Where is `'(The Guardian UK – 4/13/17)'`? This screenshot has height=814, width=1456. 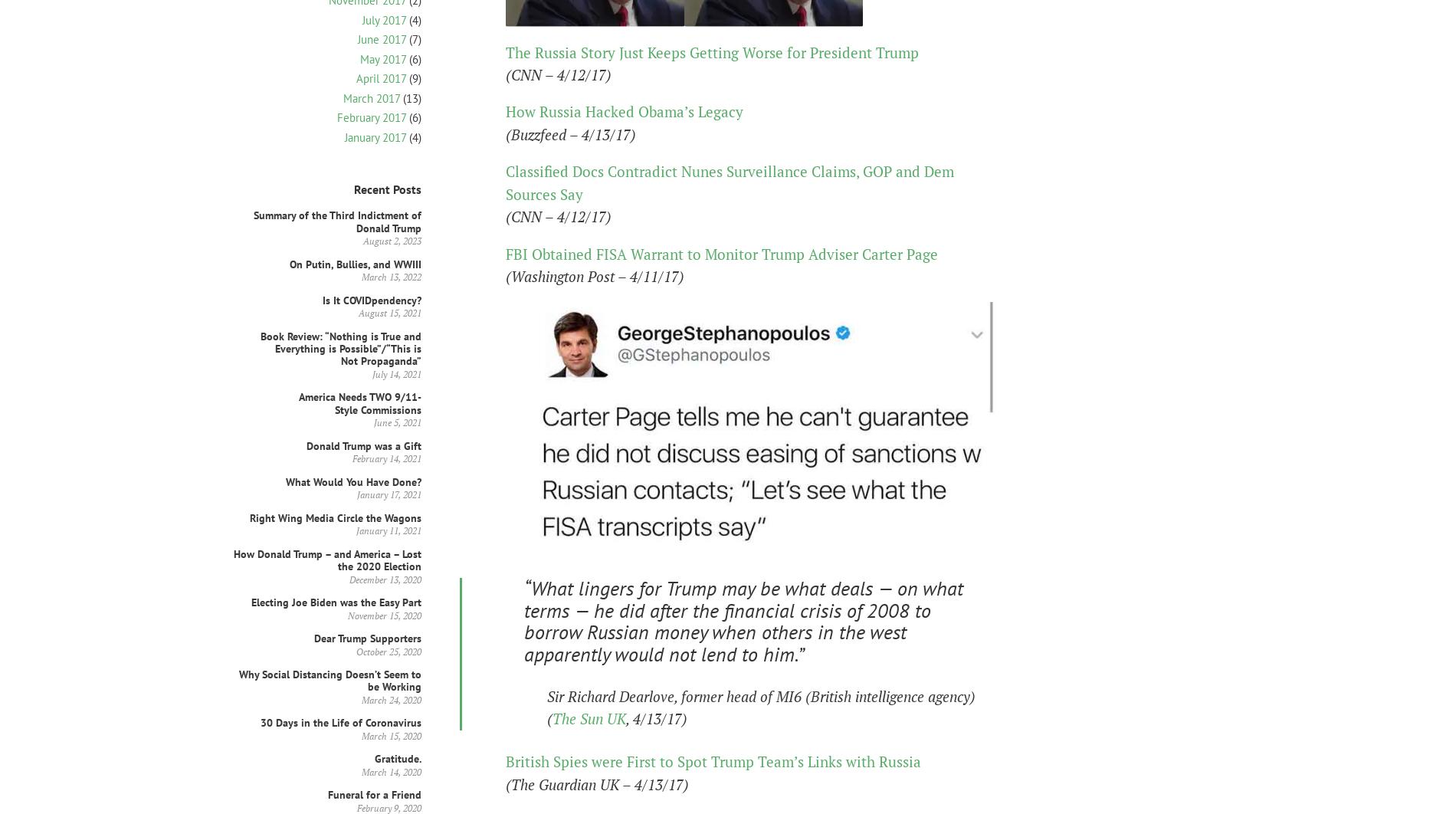
'(The Guardian UK – 4/13/17)' is located at coordinates (506, 783).